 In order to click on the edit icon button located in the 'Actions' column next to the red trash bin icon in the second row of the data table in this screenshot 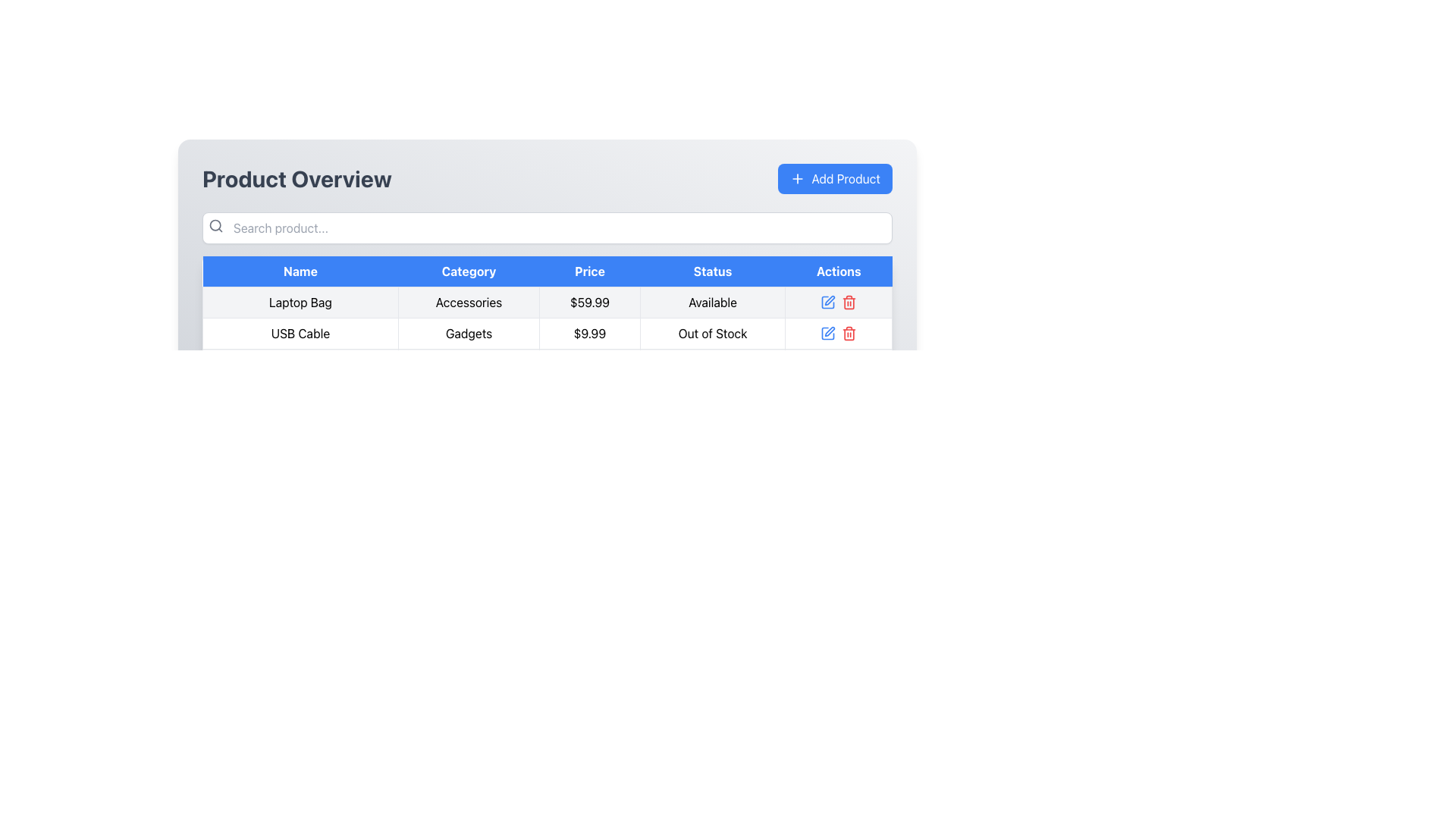, I will do `click(829, 331)`.